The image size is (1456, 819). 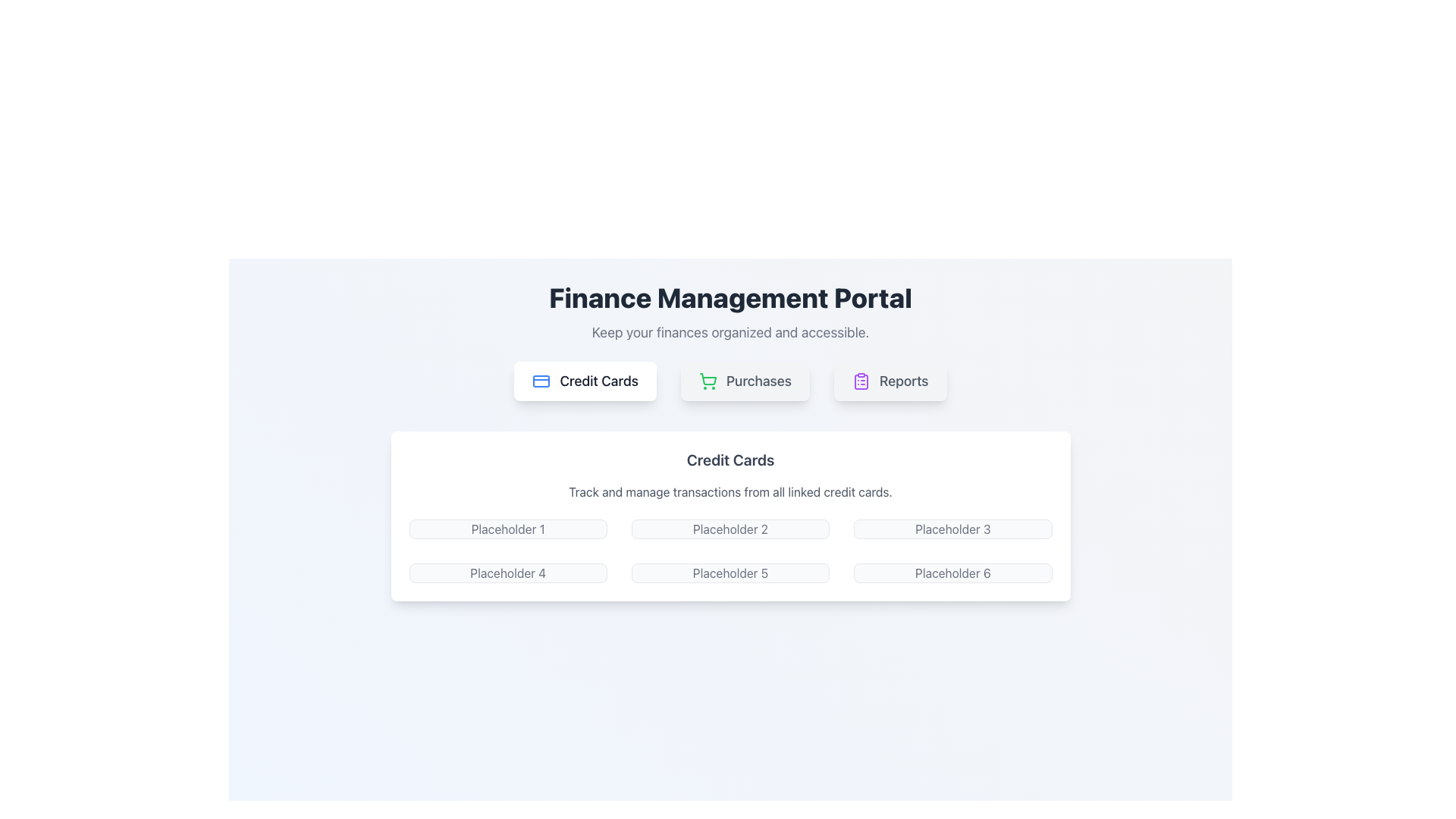 I want to click on the Text placeholder located in the bottom right corner of the 'Credit Cards' section, which is the sixth item in a 2-row, 3-column grid layout, so click(x=952, y=573).